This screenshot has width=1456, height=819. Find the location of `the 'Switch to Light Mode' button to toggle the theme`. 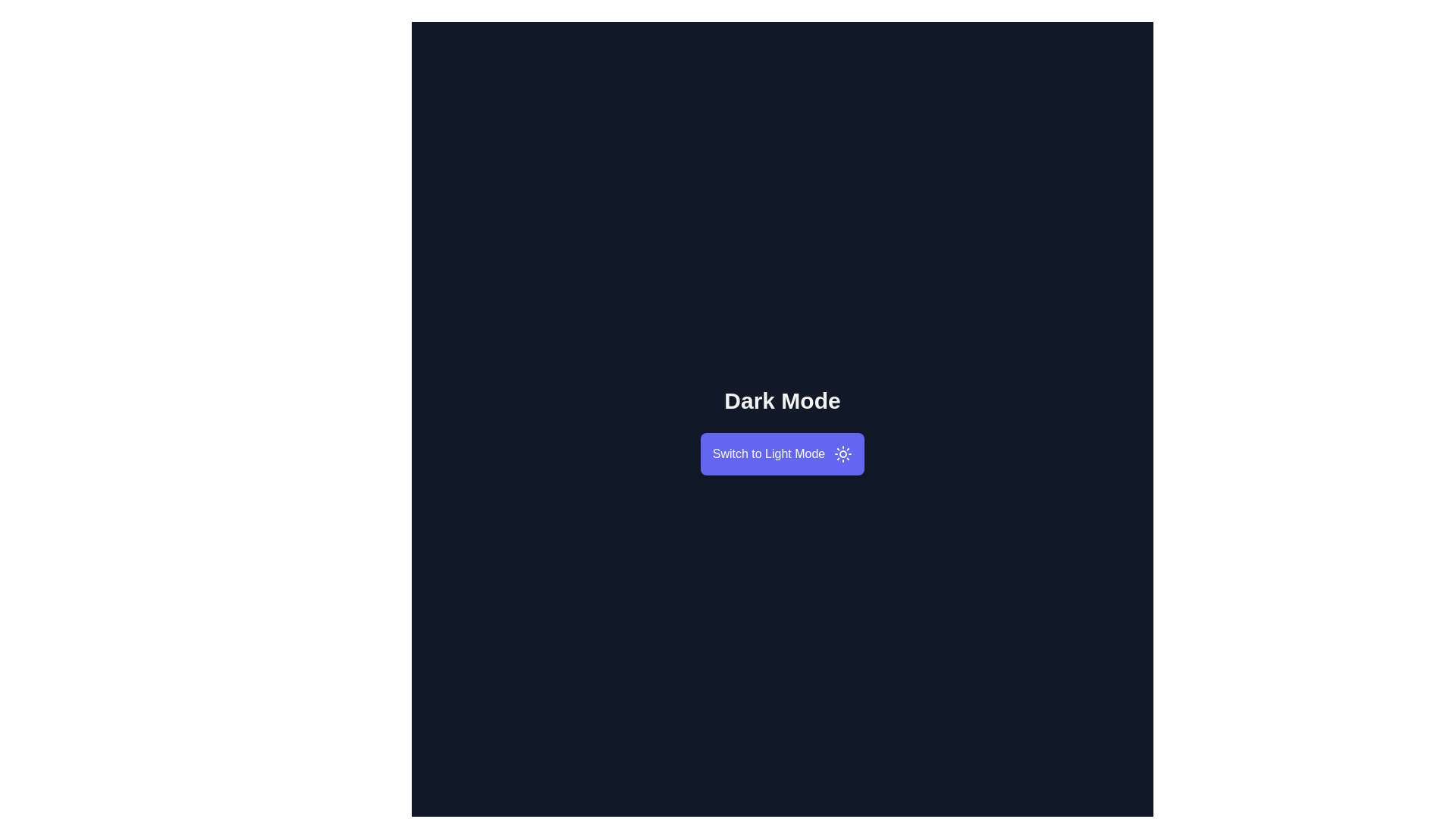

the 'Switch to Light Mode' button to toggle the theme is located at coordinates (783, 453).